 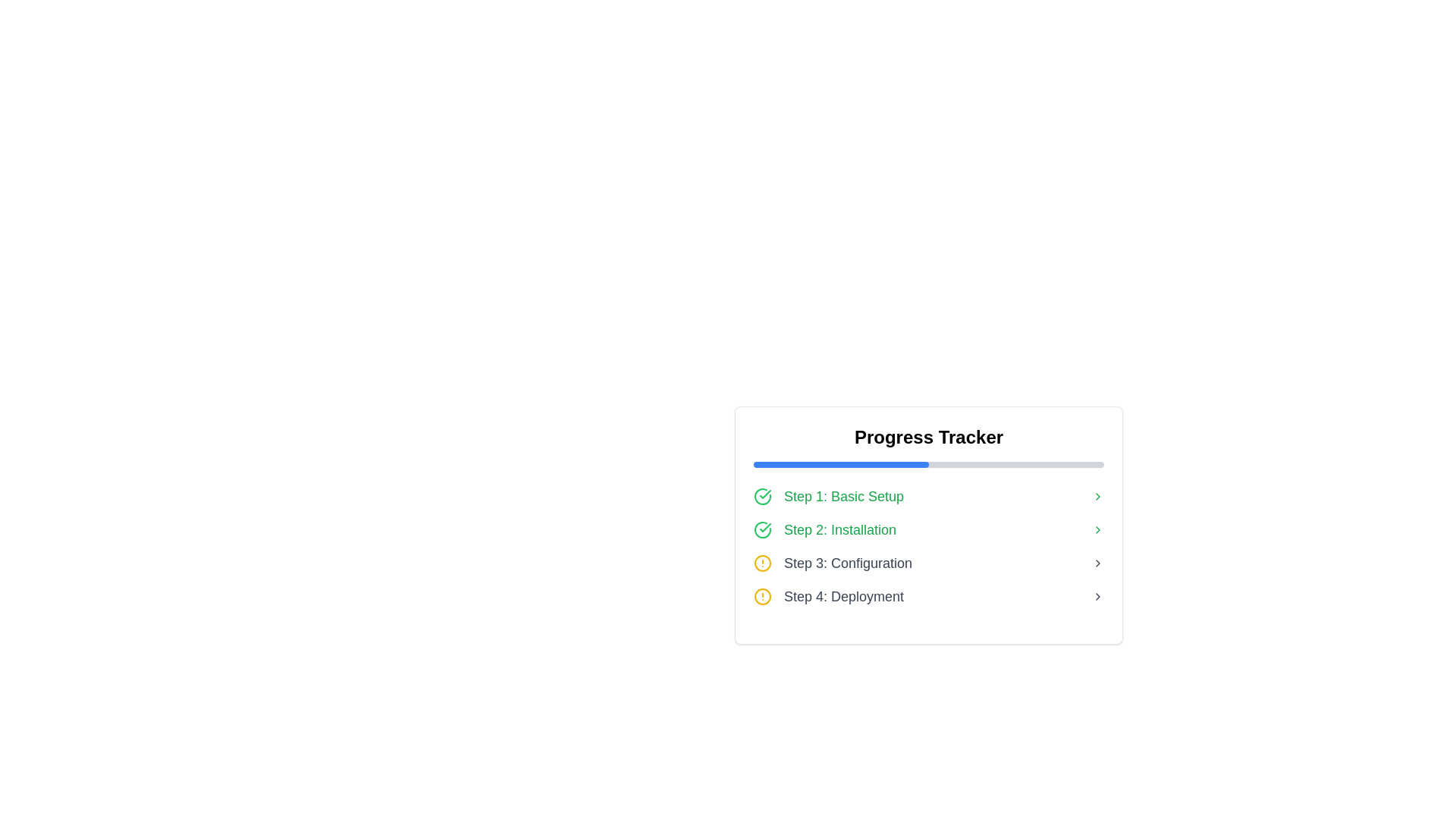 What do you see at coordinates (763, 595) in the screenshot?
I see `the circular outline of the SVG Graphic Element that indicates the progress step state for 'Step 4: Deployment'` at bounding box center [763, 595].